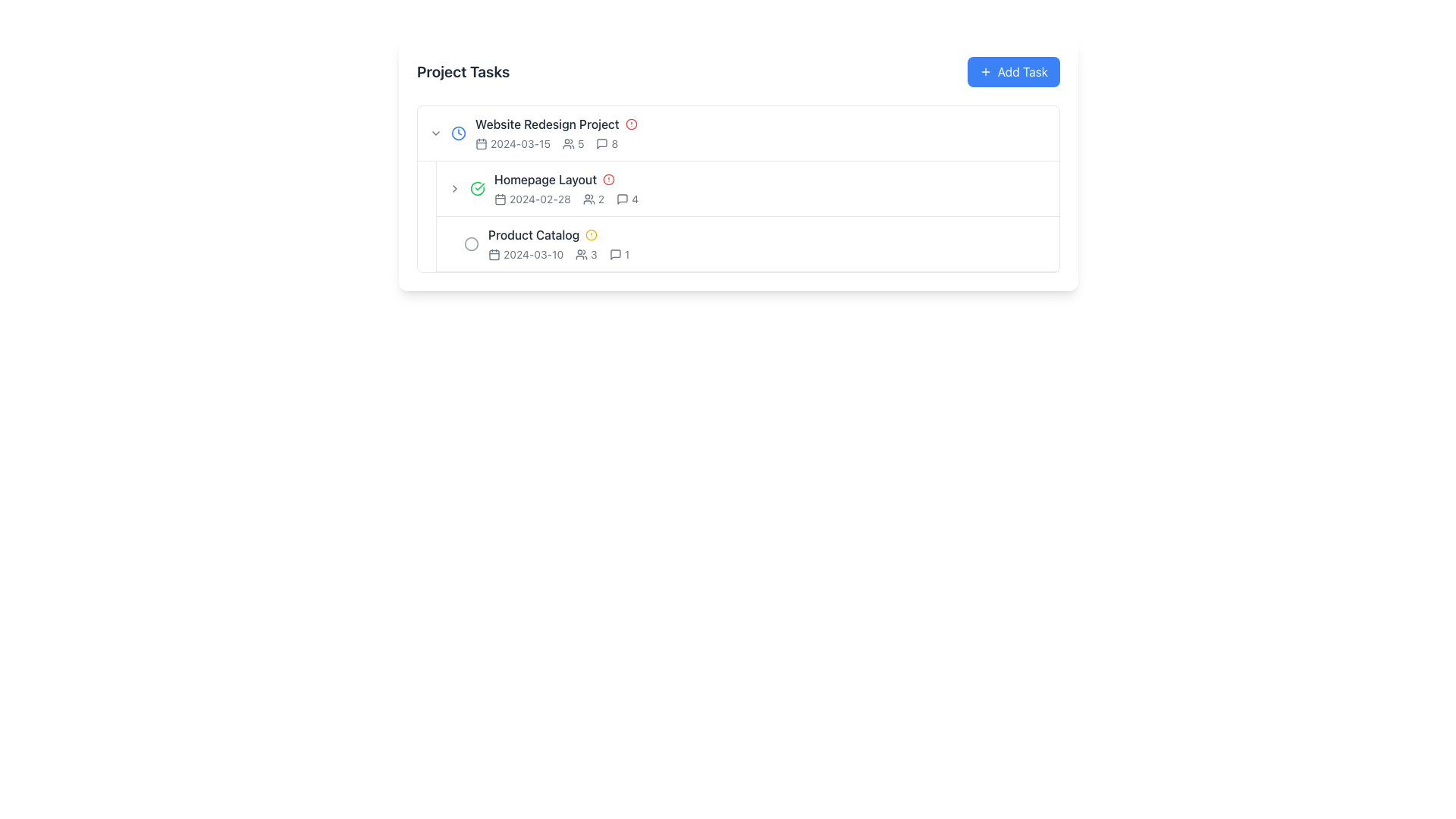 This screenshot has width=1456, height=819. What do you see at coordinates (1013, 72) in the screenshot?
I see `the 'Add Task' button with a blue background and white text to observe its hover effect` at bounding box center [1013, 72].